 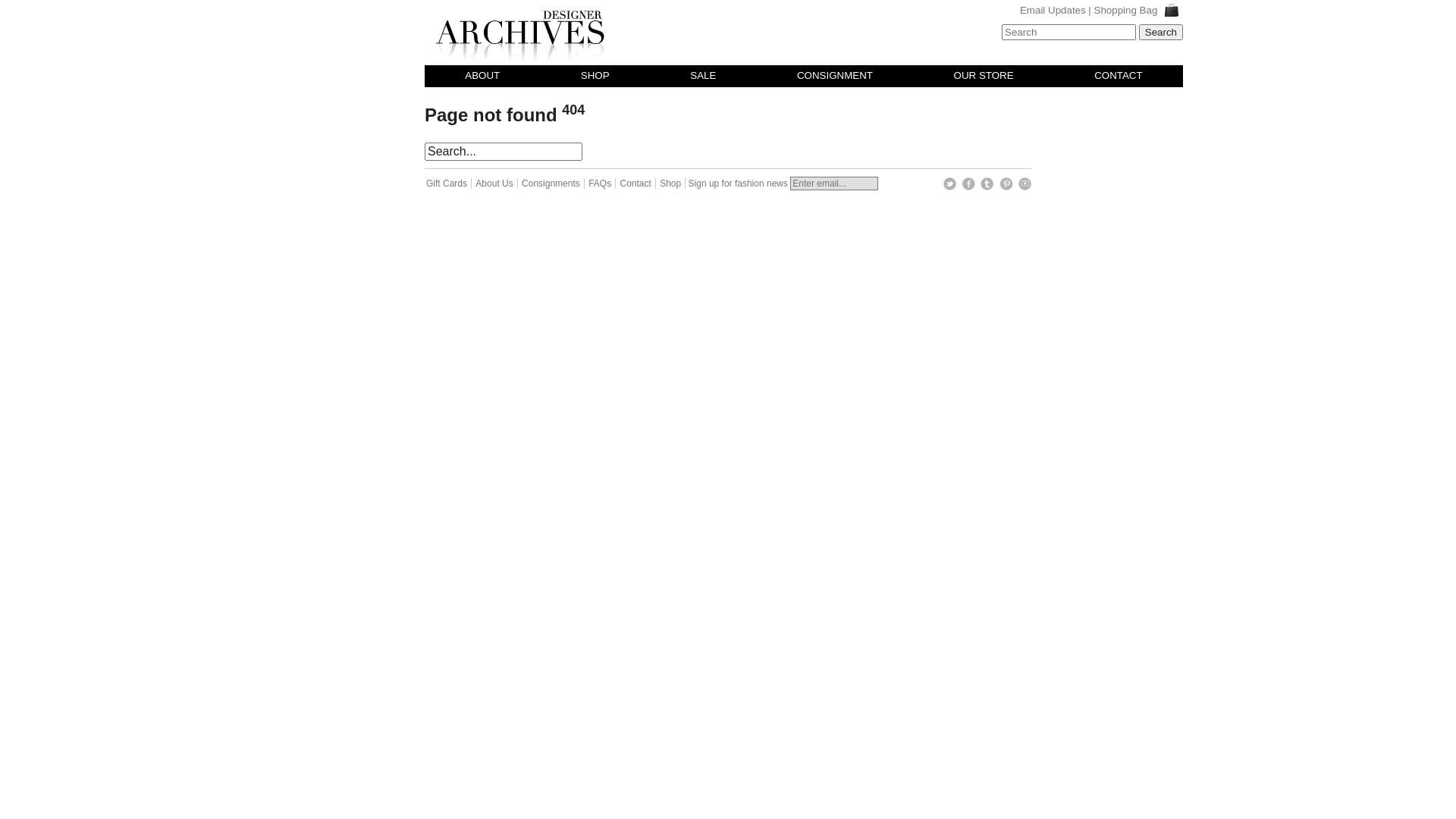 What do you see at coordinates (1094, 10) in the screenshot?
I see `'Shopping Bag'` at bounding box center [1094, 10].